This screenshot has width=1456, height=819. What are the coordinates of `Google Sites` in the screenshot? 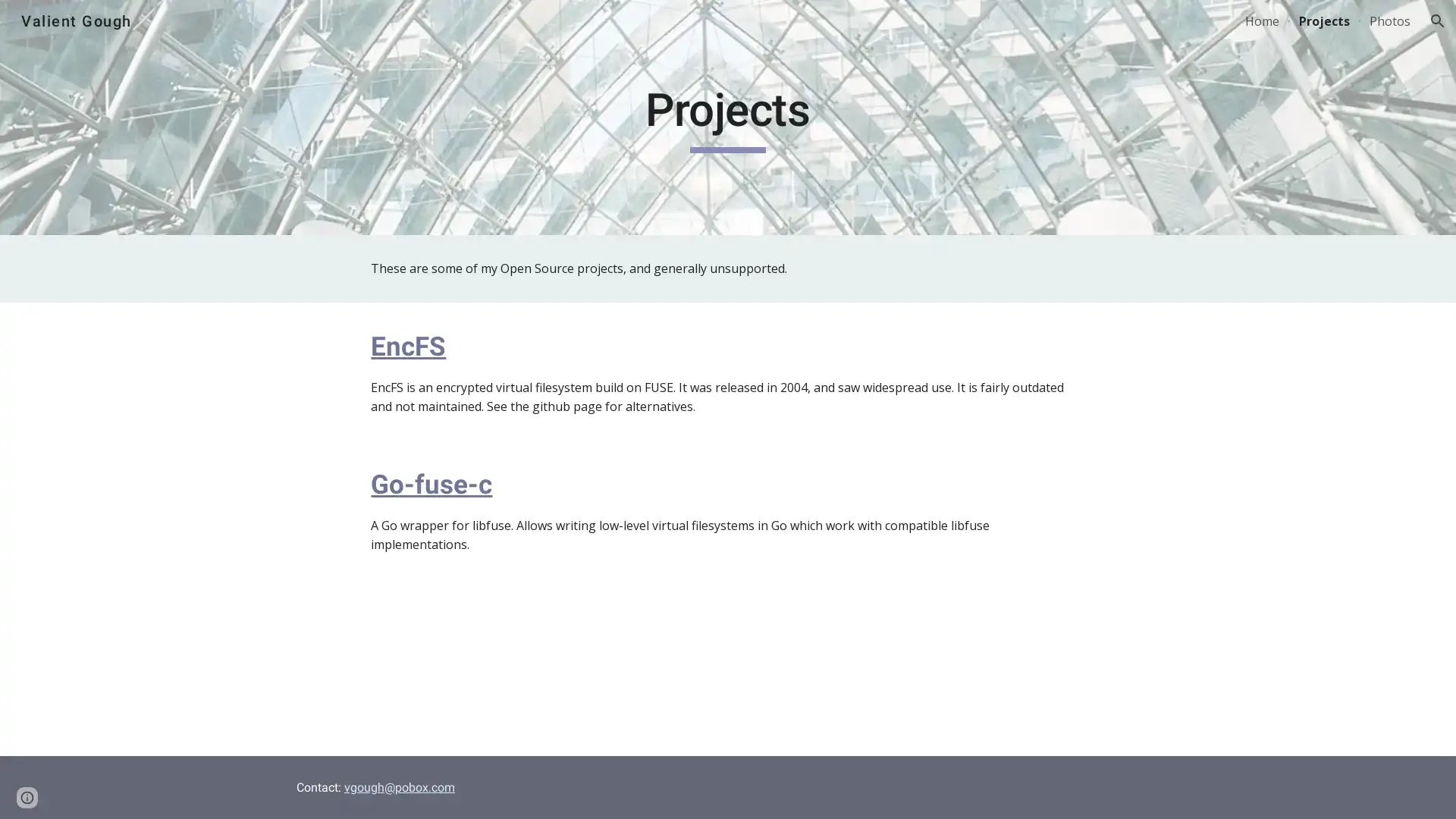 It's located at (117, 792).